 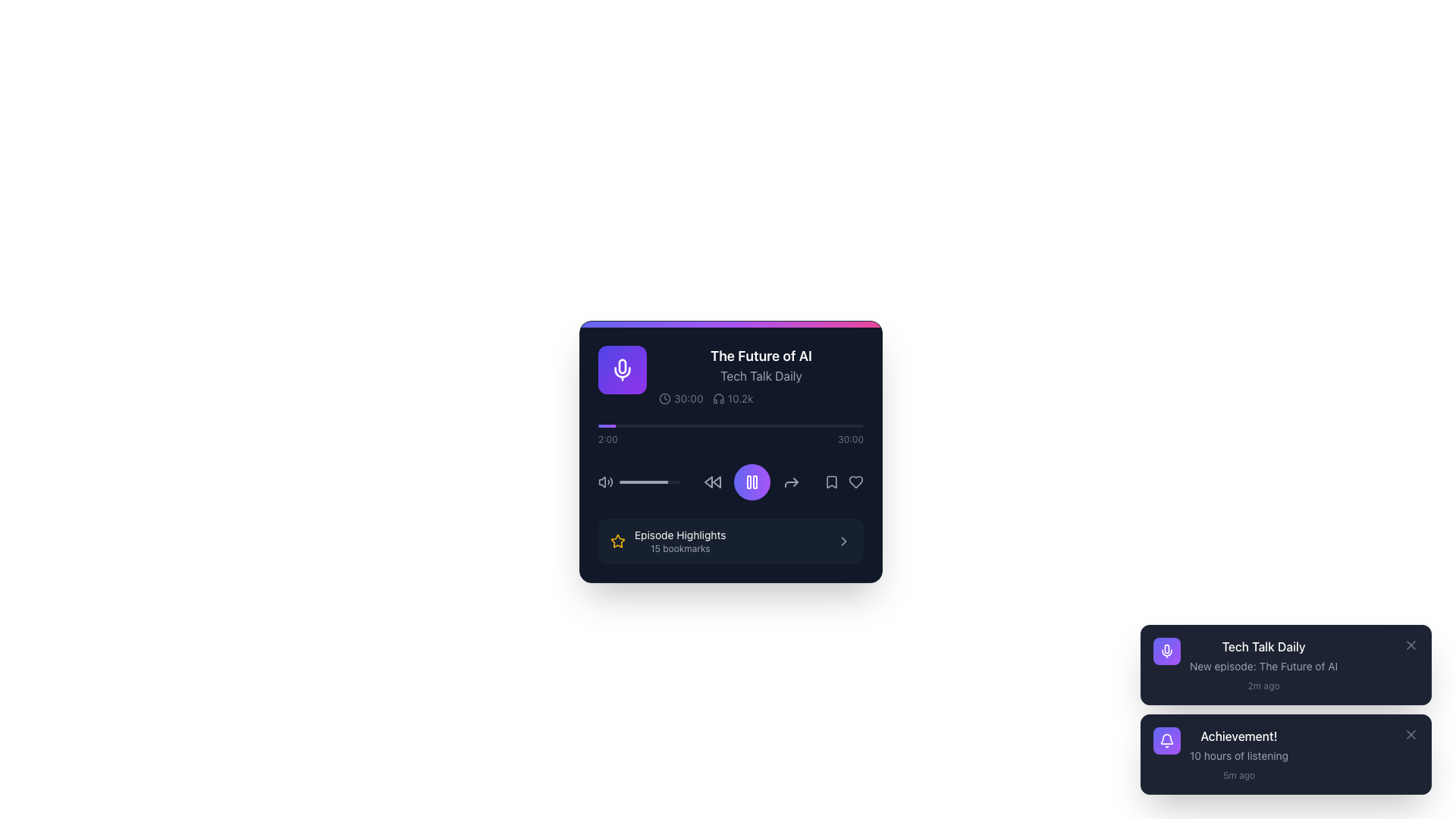 What do you see at coordinates (679, 534) in the screenshot?
I see `the text label indicating 'Episode Highlights', which serves as a header for a section within the bottom-left of the UI layout` at bounding box center [679, 534].